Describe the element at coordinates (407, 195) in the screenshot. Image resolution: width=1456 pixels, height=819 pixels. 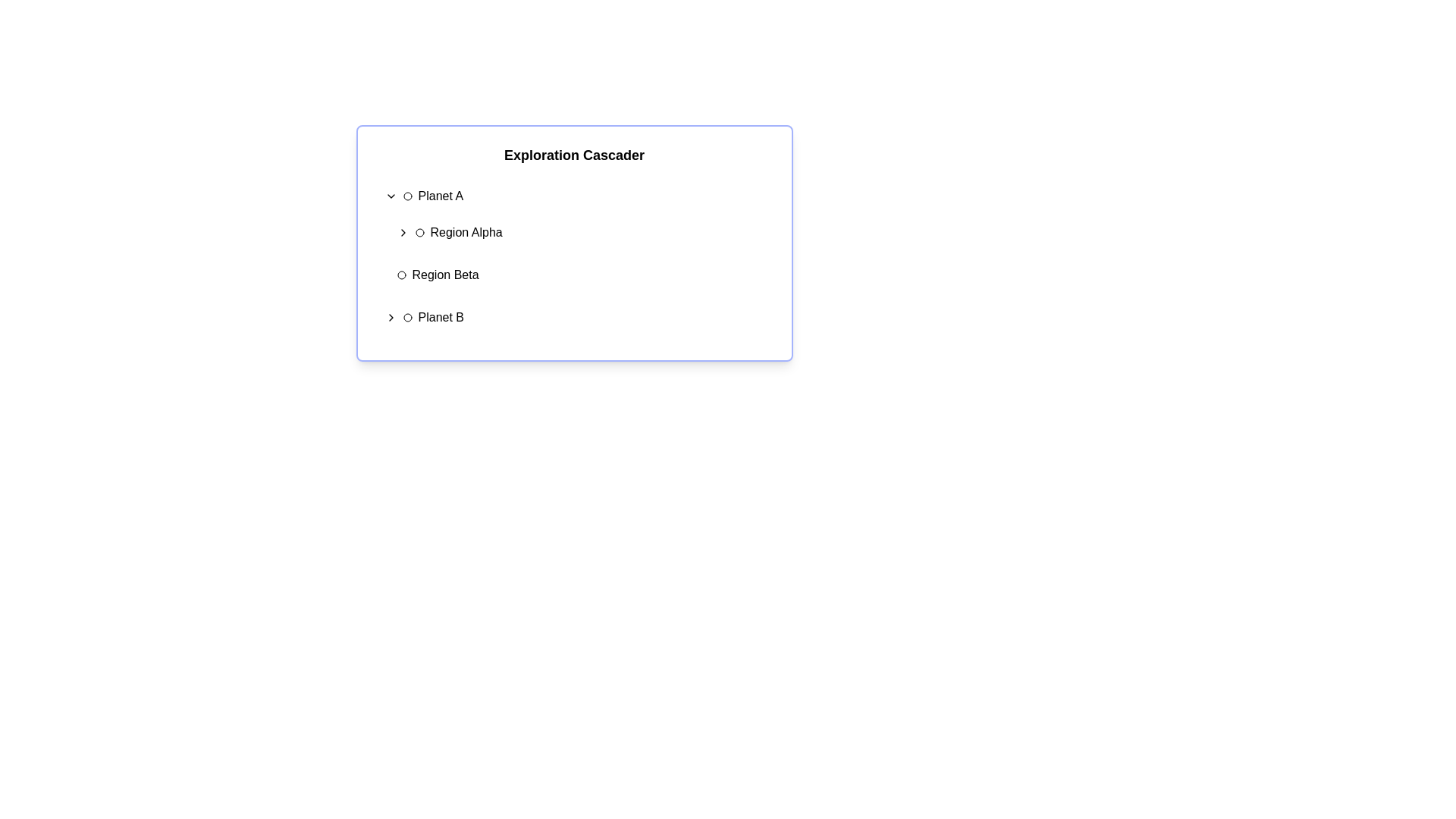
I see `the SVG circle element that visually represents a status or category in the hierarchical cascader UI for 'Planet A'` at that location.